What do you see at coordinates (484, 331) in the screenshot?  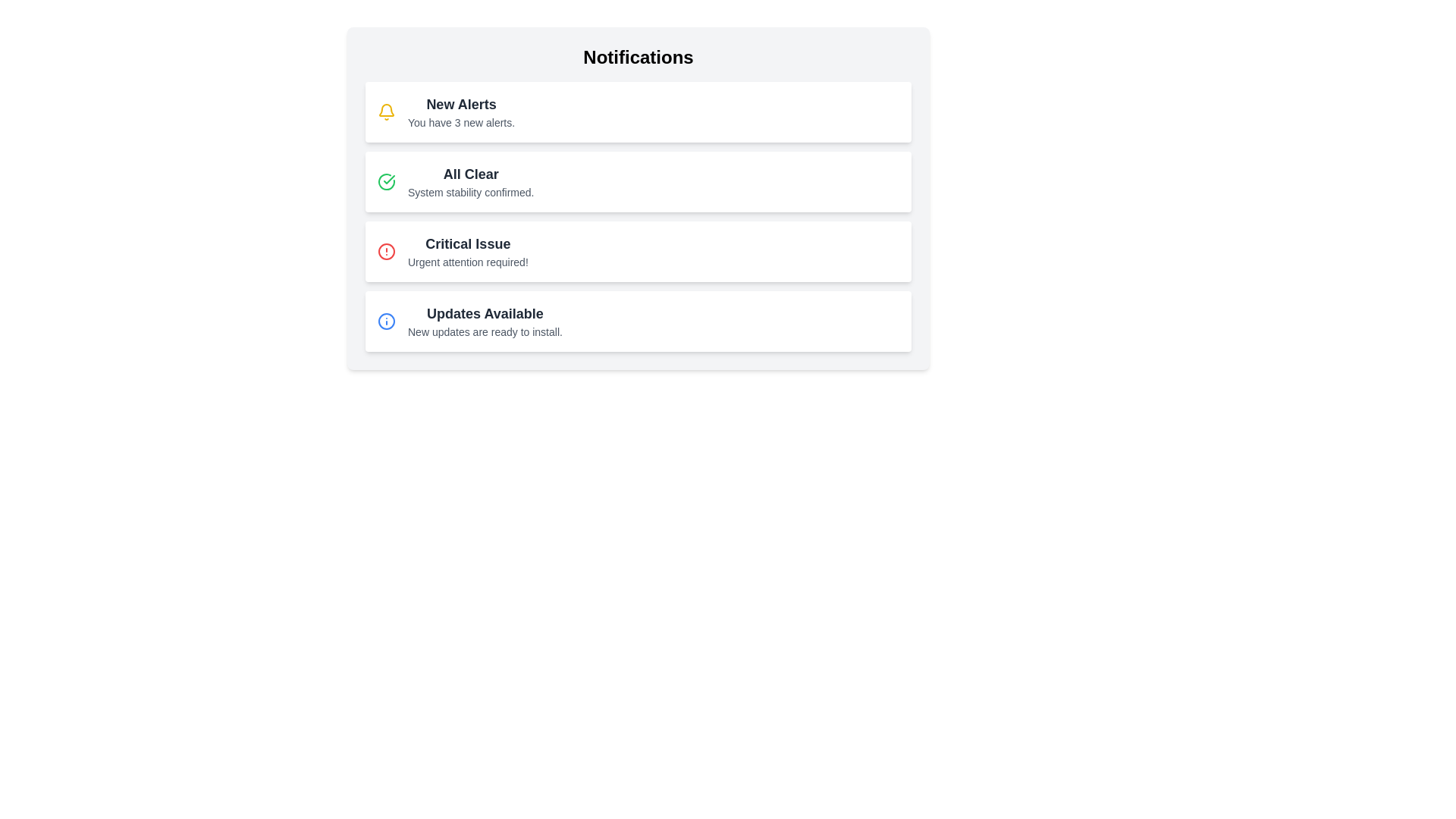 I see `text indicating that new updates are ready to install, located in the Notifications panel beneath the 'Updates Available' title` at bounding box center [484, 331].